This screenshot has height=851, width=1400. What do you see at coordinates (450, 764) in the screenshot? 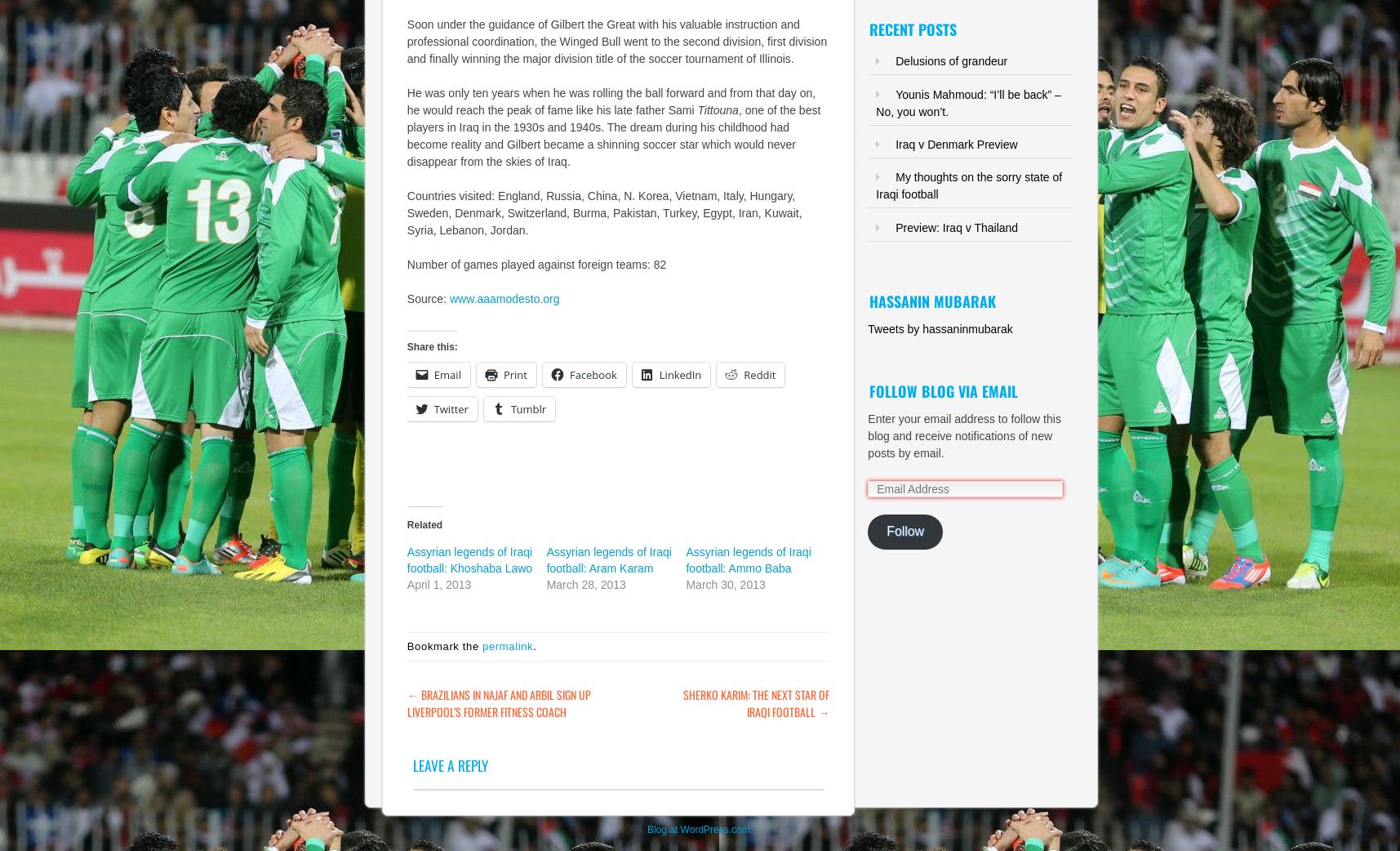
I see `'Leave a Reply'` at bounding box center [450, 764].